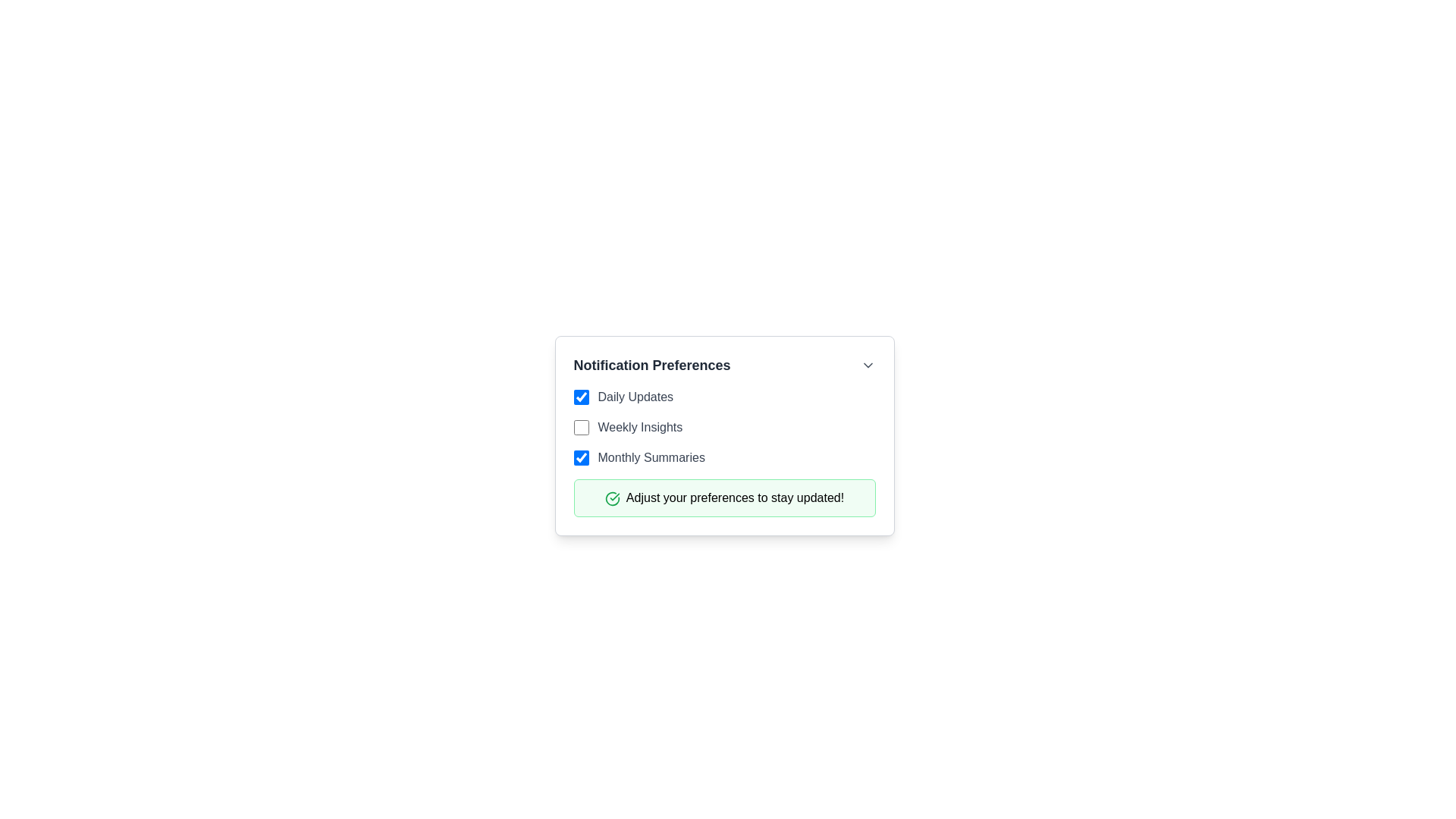 The width and height of the screenshot is (1456, 819). Describe the element at coordinates (651, 457) in the screenshot. I see `the 'Monthly Summaries' text label, which is positioned directly to the right of its corresponding checkbox in the notification preferences list` at that location.